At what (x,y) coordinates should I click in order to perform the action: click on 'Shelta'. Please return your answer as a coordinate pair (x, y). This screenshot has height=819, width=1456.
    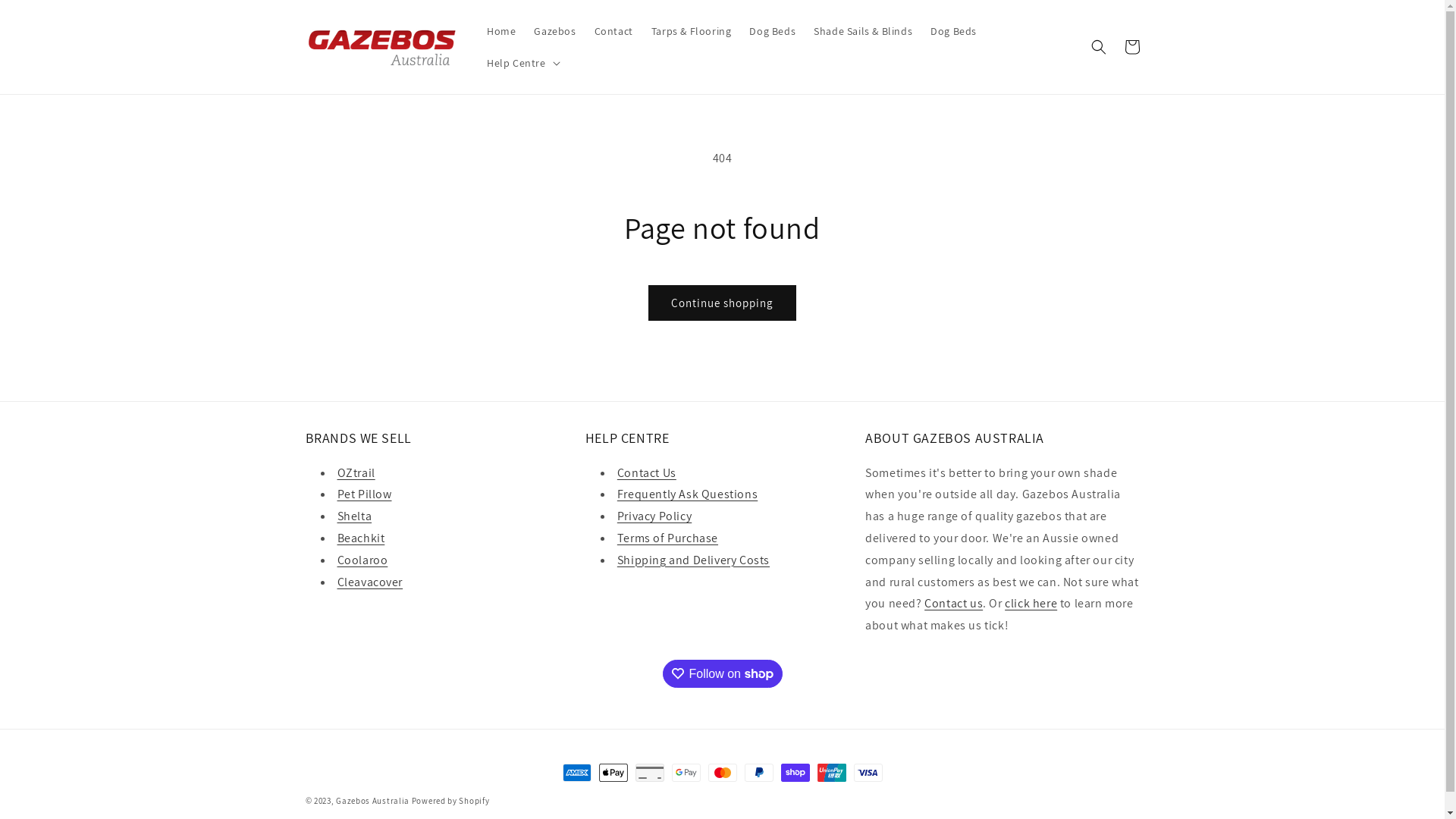
    Looking at the image, I should click on (353, 515).